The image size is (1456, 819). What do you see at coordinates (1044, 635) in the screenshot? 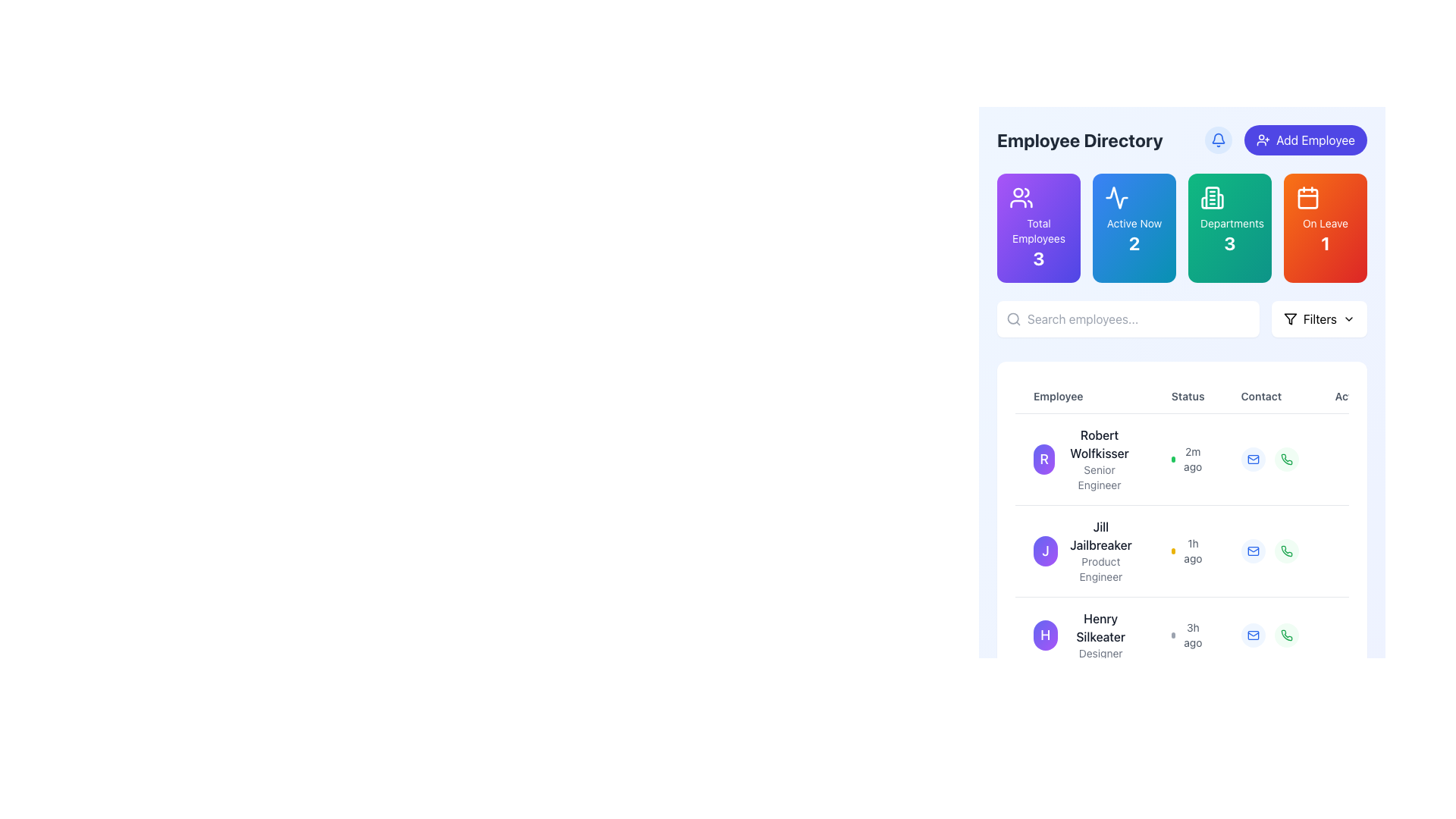
I see `the circular badge or avatar for user 'Henry Silkeater' located in the third row of the 'Employee' column in the employee directory table` at bounding box center [1044, 635].